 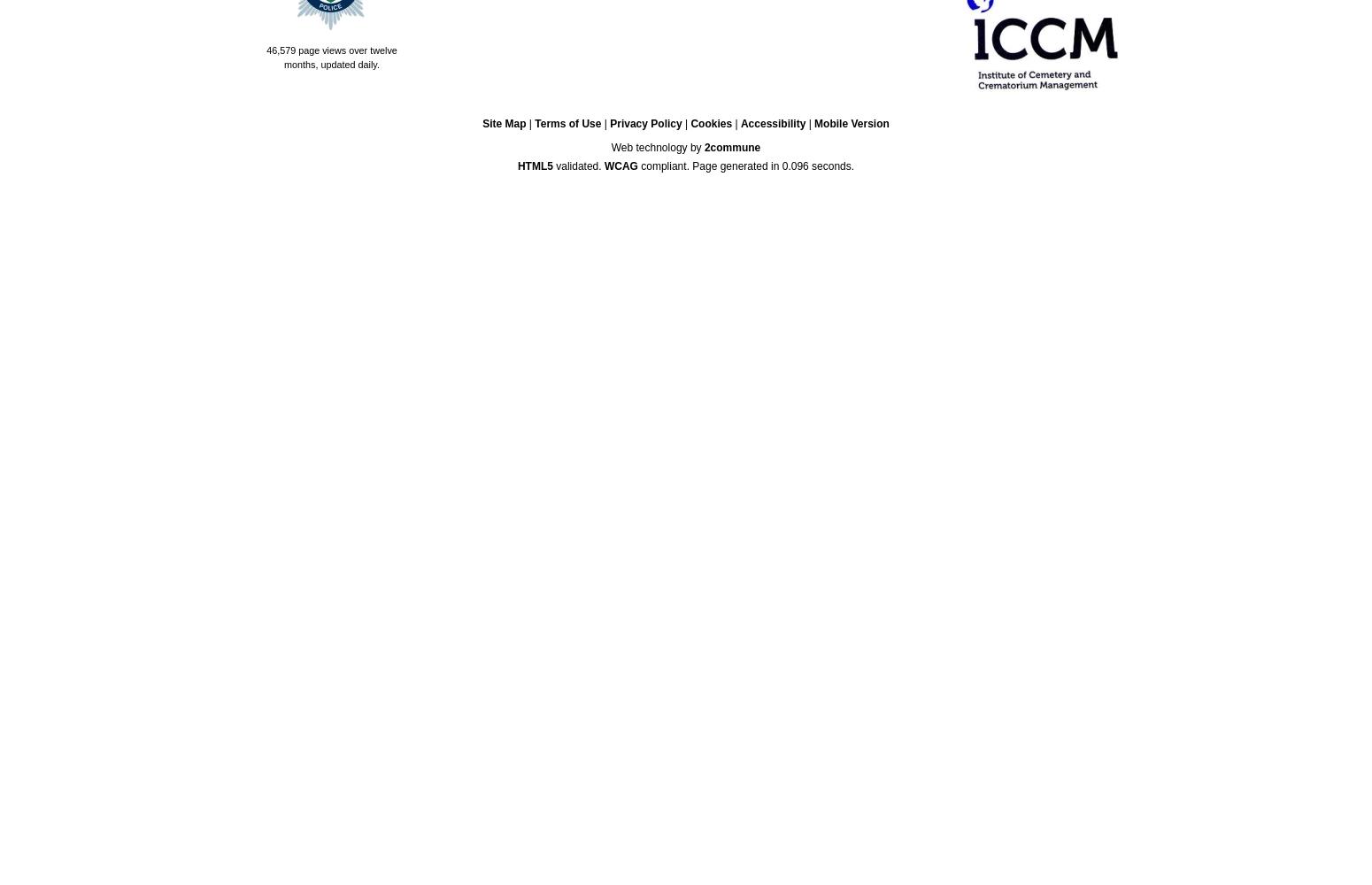 What do you see at coordinates (330, 57) in the screenshot?
I see `'46,579 page views over twelve months, updated daily.'` at bounding box center [330, 57].